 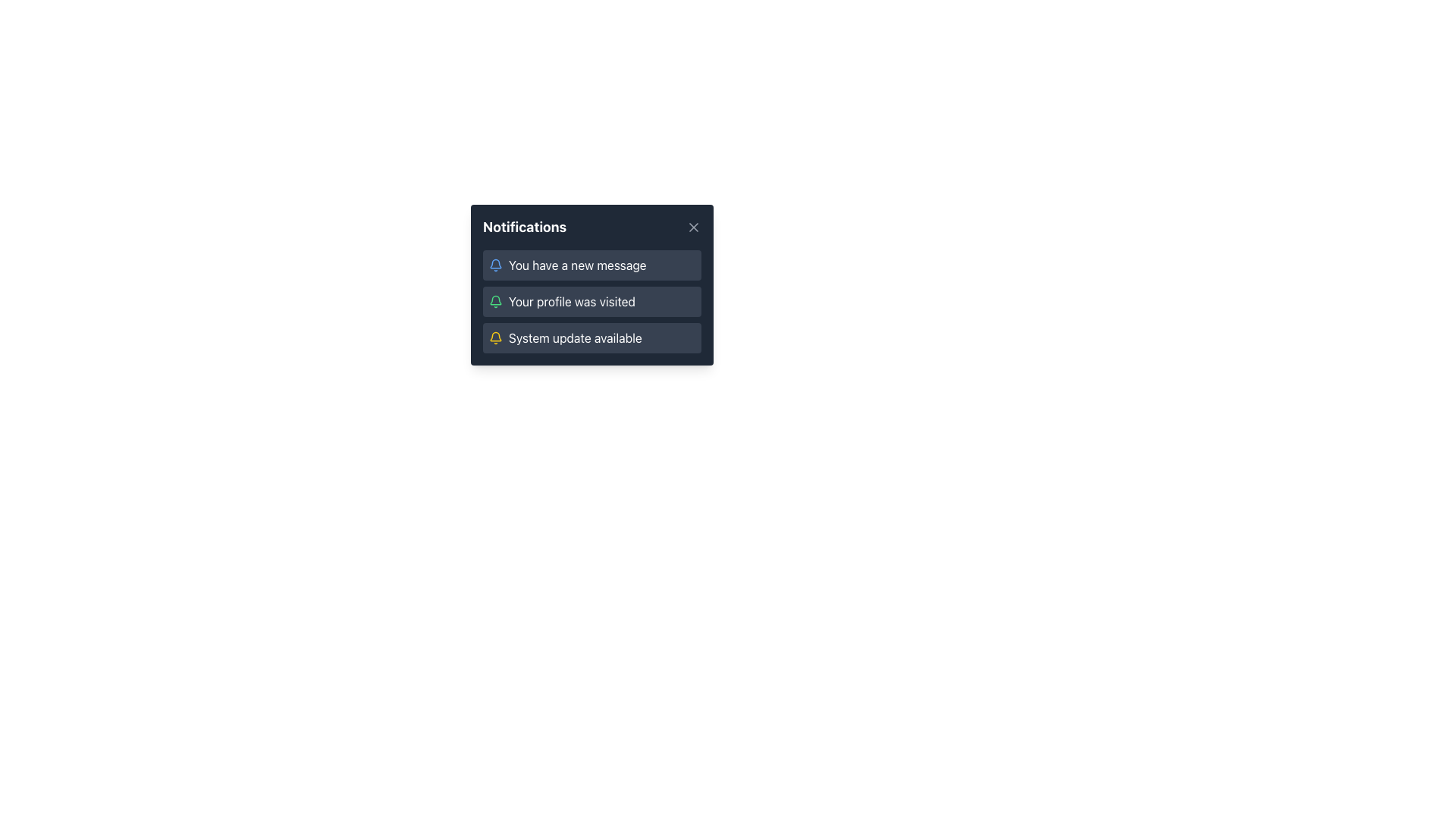 I want to click on the 'Notifications' text label displayed in bold and large font, so click(x=525, y=227).